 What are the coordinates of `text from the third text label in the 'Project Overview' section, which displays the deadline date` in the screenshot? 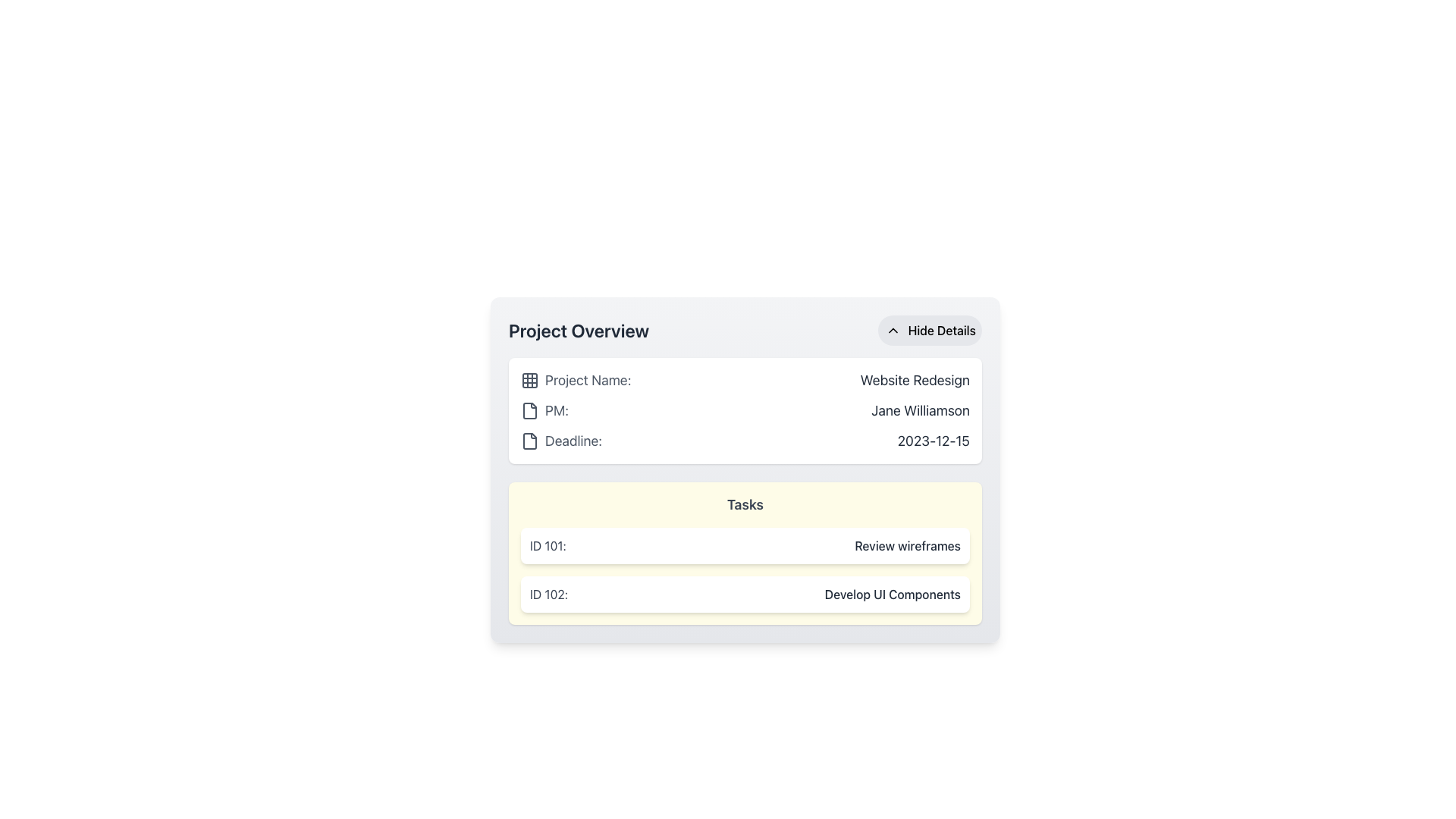 It's located at (573, 441).